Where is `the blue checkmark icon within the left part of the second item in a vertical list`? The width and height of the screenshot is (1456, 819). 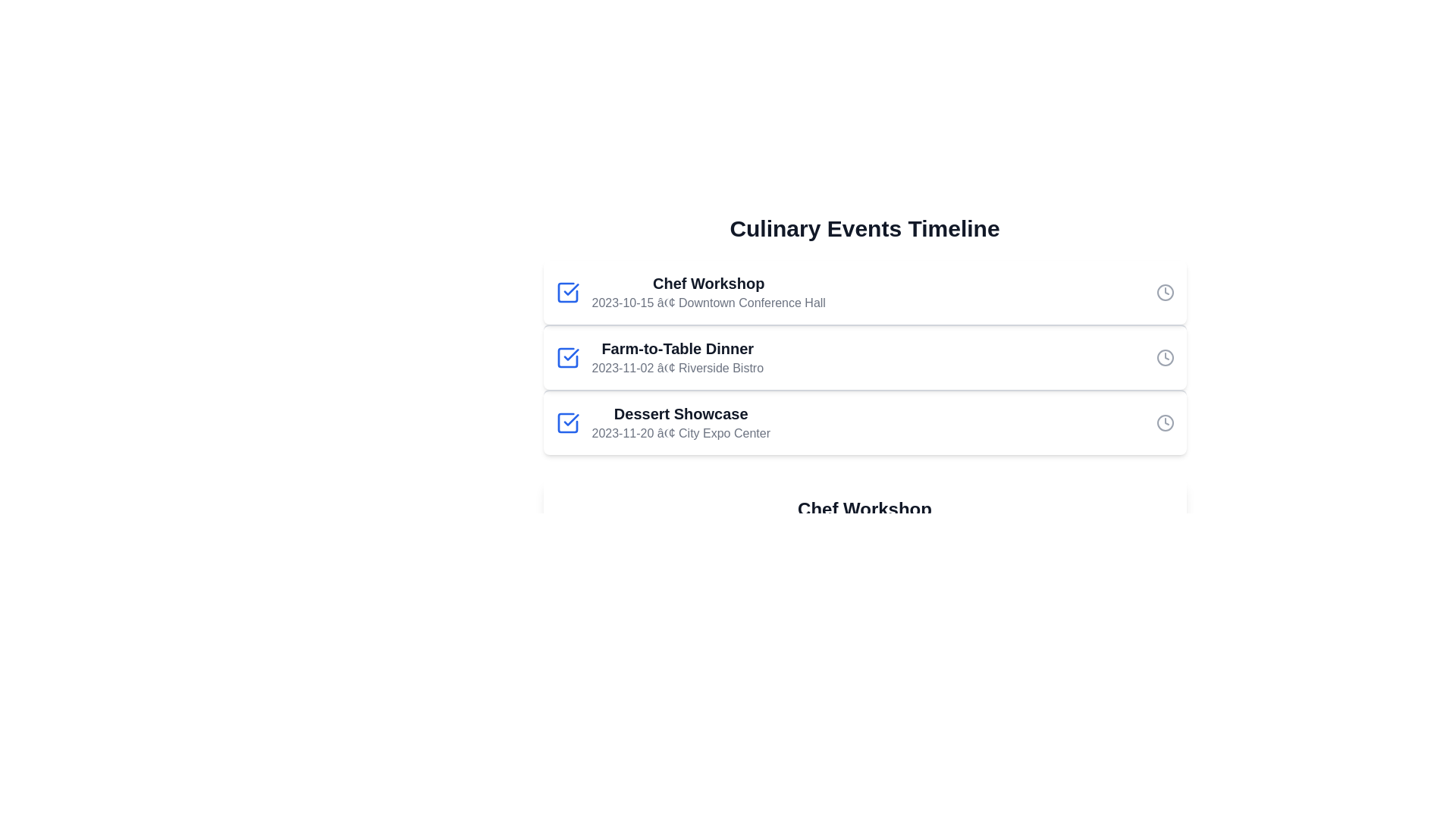 the blue checkmark icon within the left part of the second item in a vertical list is located at coordinates (570, 289).